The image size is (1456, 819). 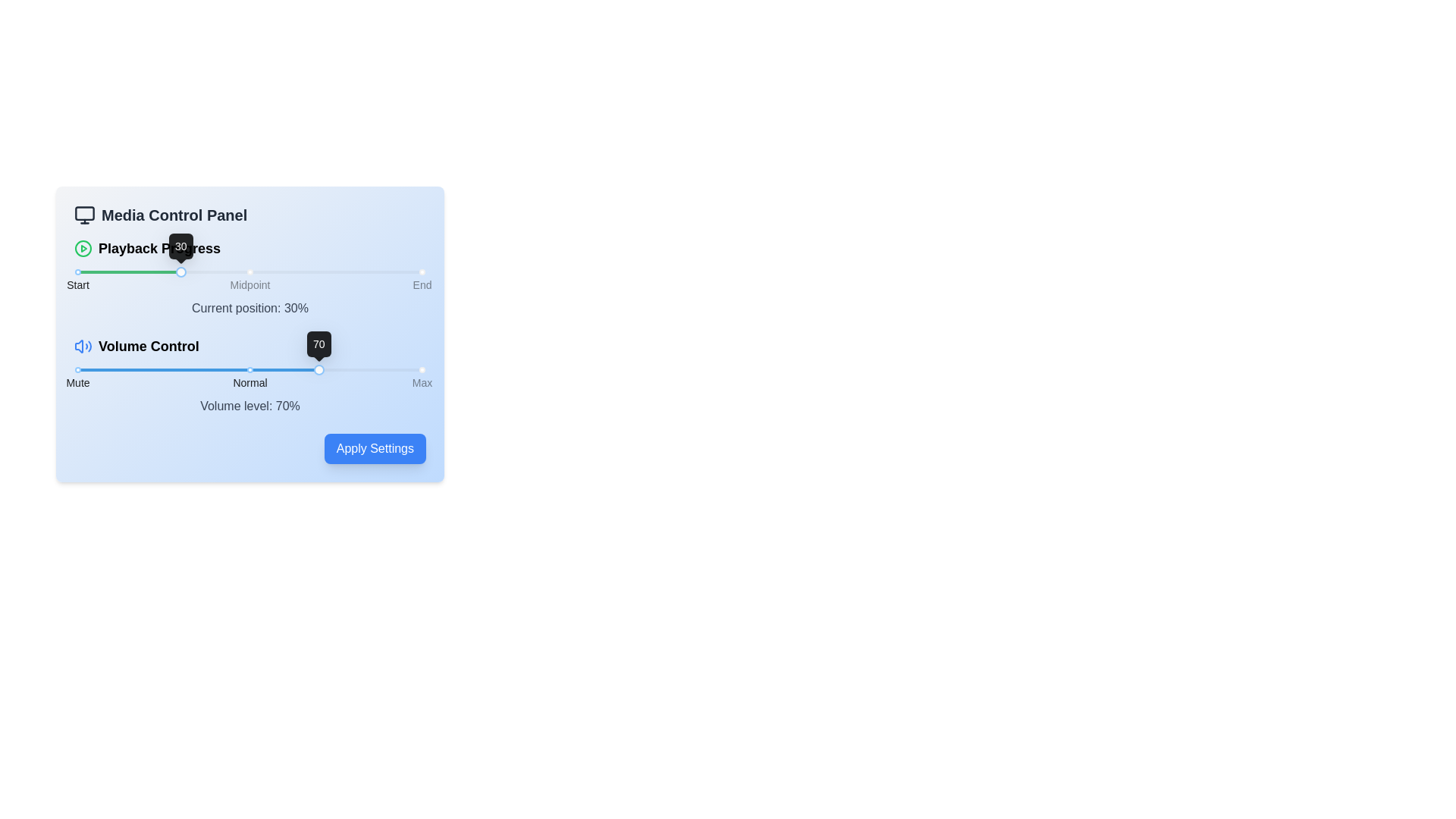 What do you see at coordinates (167, 271) in the screenshot?
I see `playback progress` at bounding box center [167, 271].